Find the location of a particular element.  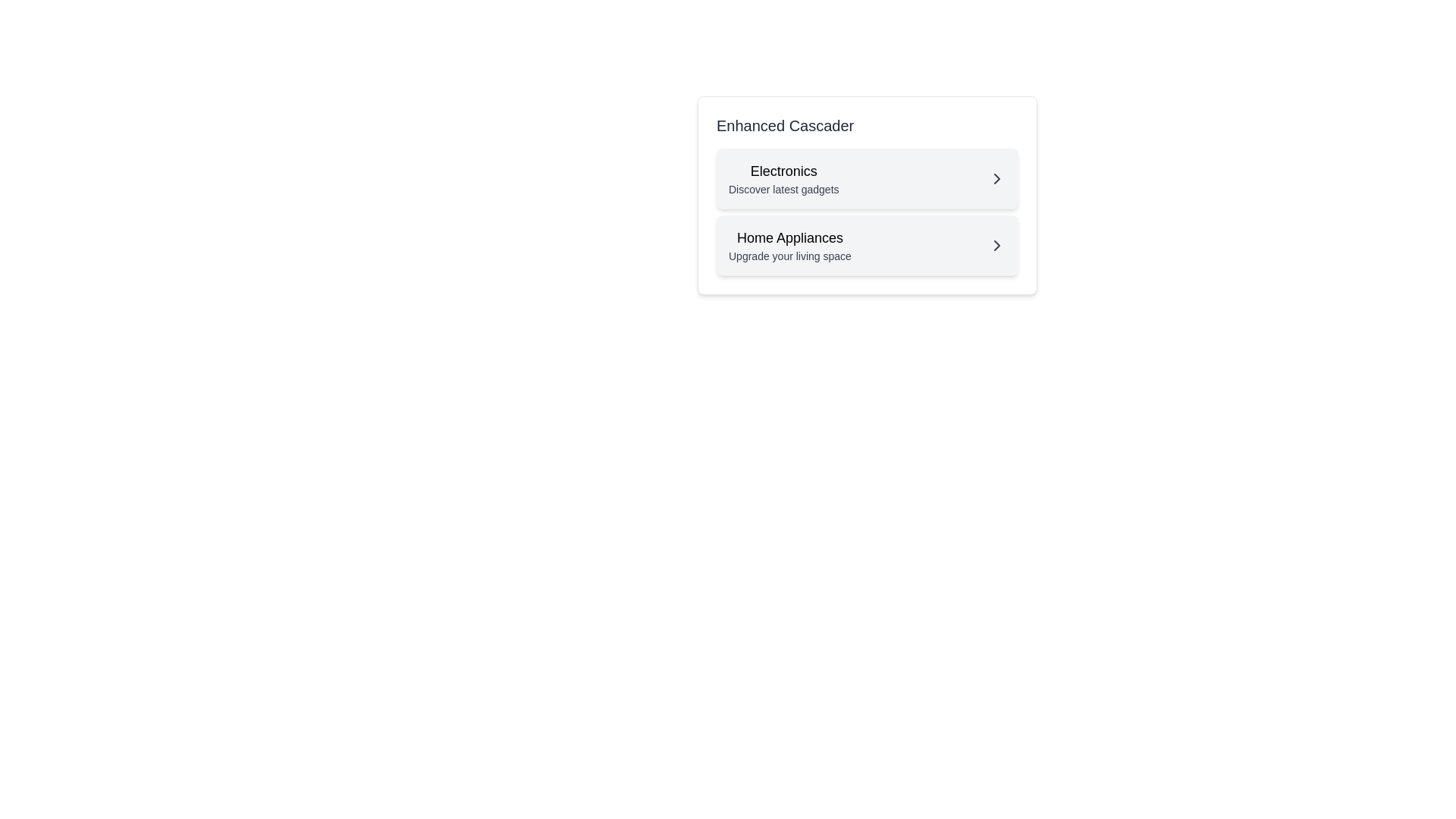

the rightward-pointing chevron icon in the 'Electronics' section is located at coordinates (997, 177).